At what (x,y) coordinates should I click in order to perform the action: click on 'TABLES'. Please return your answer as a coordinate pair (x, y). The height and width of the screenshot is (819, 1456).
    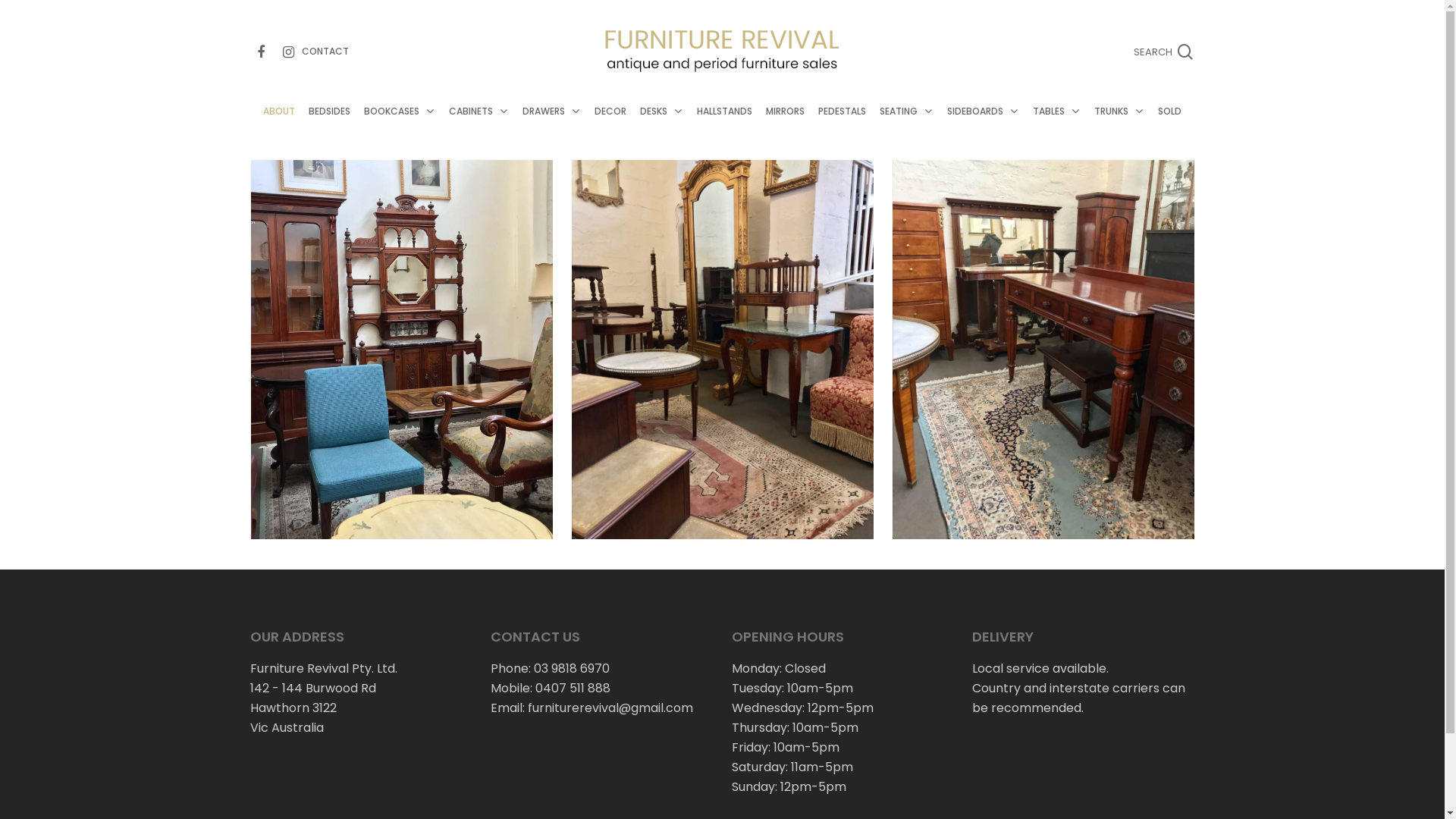
    Looking at the image, I should click on (1056, 125).